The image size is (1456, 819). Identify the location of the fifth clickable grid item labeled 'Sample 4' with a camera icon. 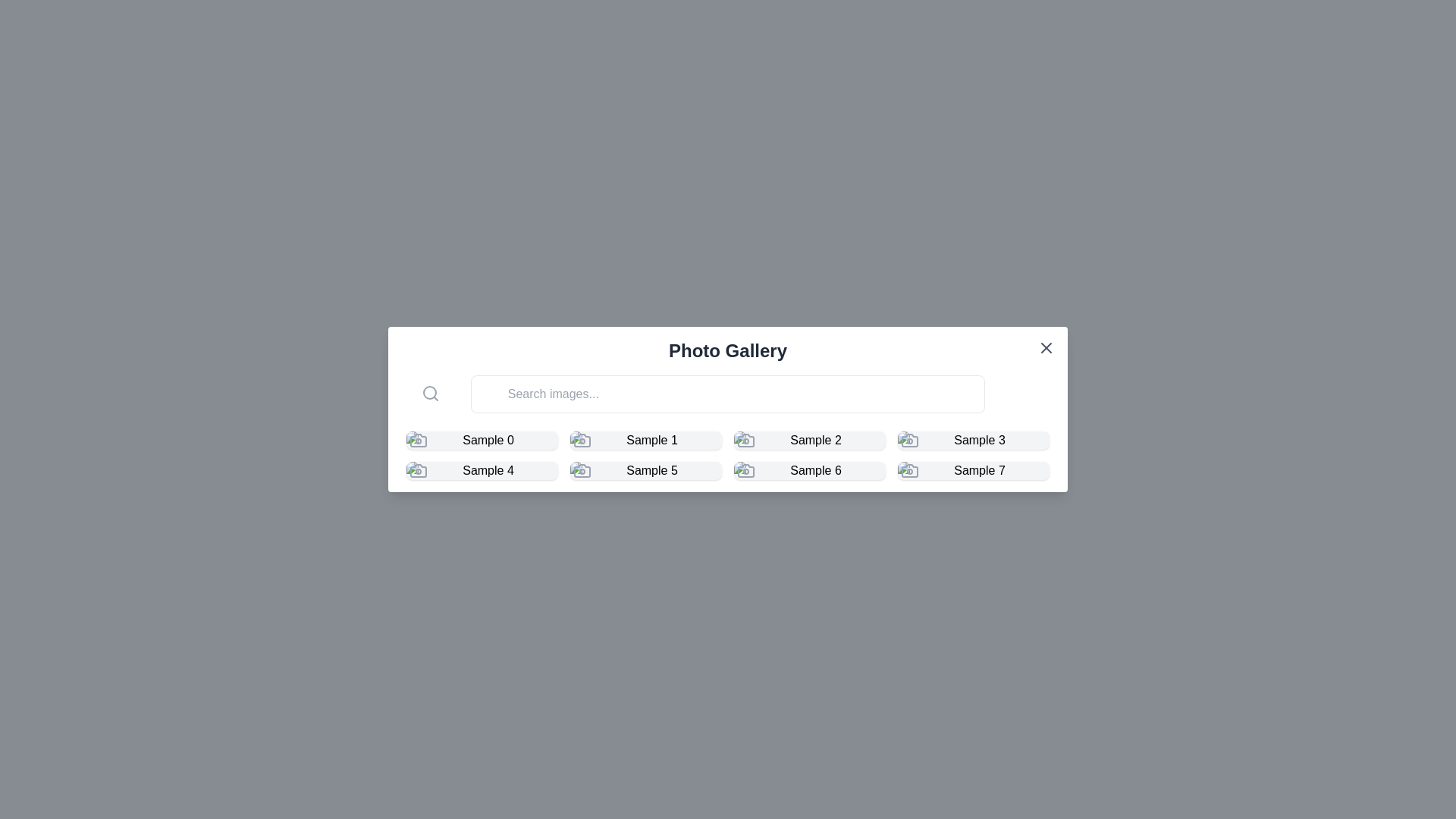
(481, 470).